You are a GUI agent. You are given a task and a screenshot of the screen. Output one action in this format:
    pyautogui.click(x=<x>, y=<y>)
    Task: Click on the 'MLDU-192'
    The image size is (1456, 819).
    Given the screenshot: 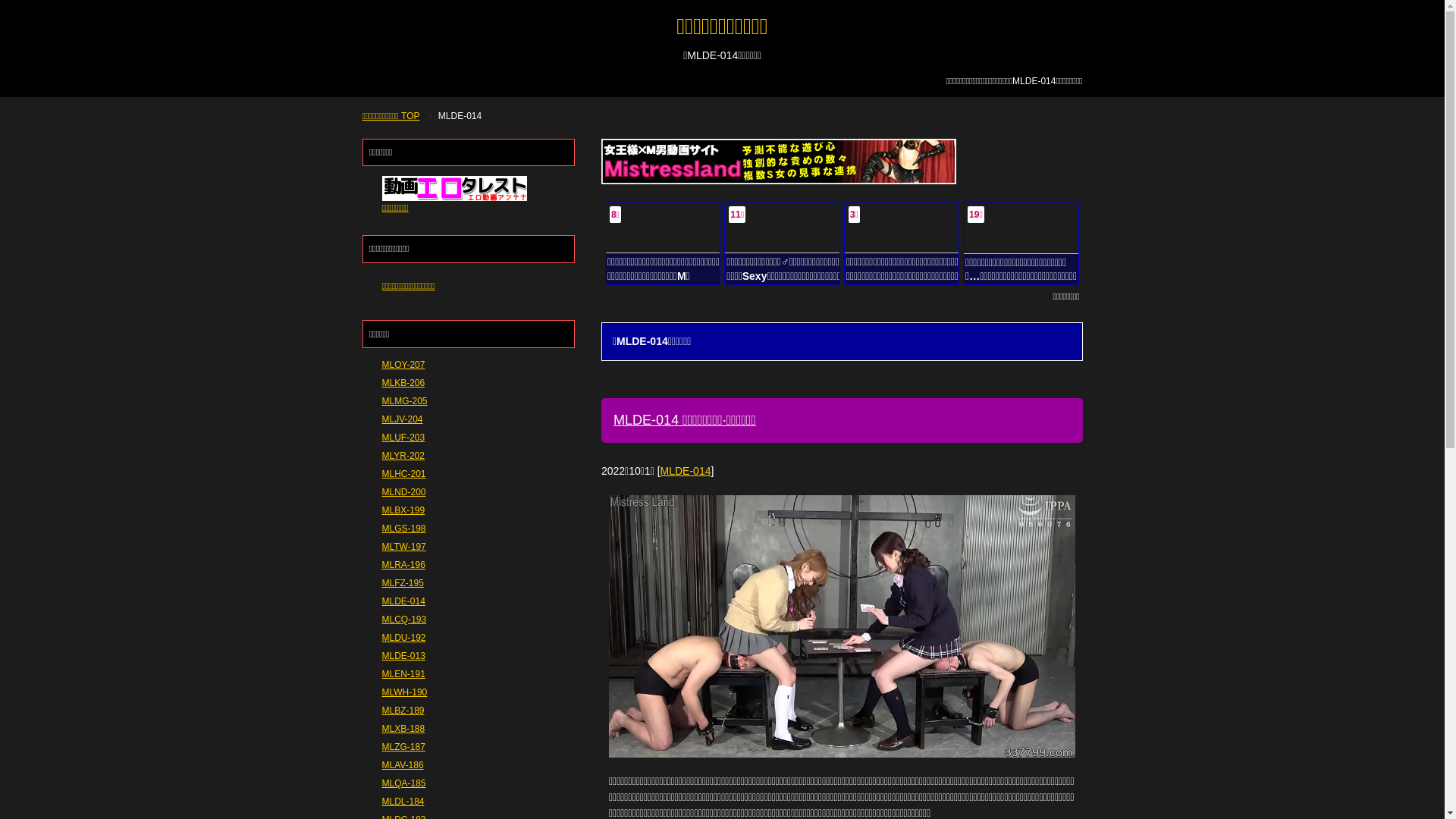 What is the action you would take?
    pyautogui.click(x=403, y=637)
    